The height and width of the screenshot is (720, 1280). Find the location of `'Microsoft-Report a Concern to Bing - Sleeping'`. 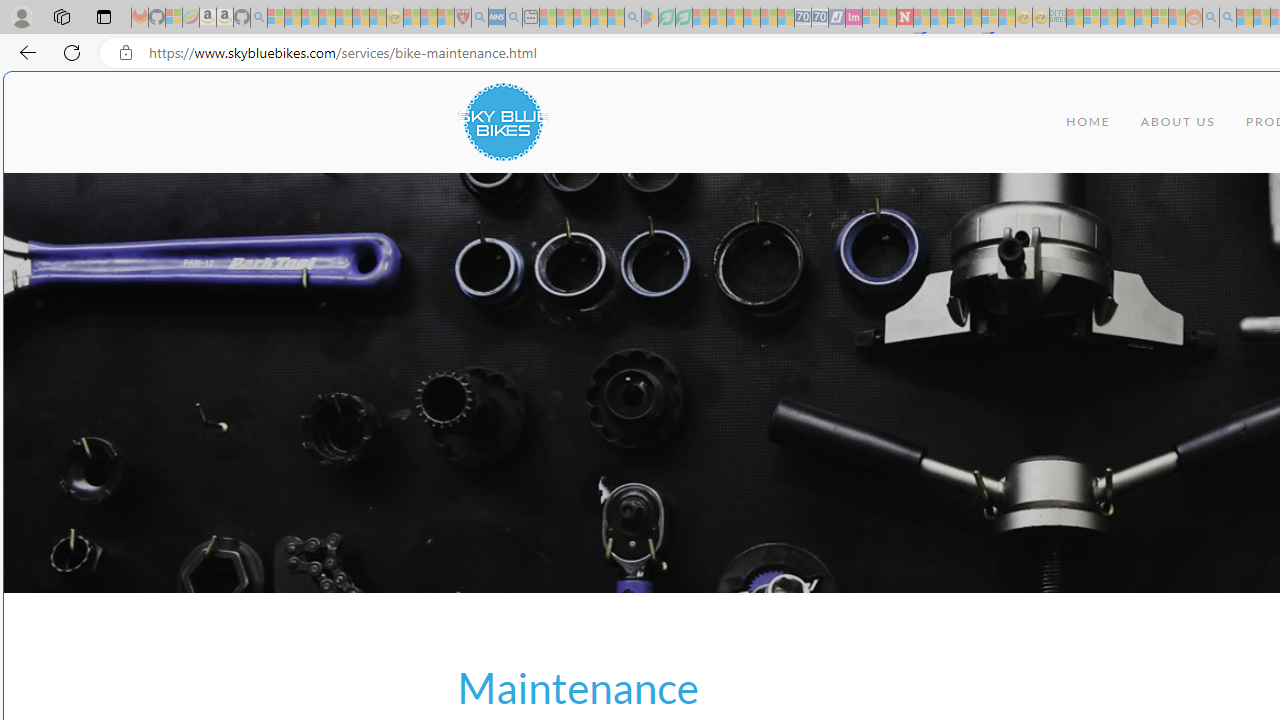

'Microsoft-Report a Concern to Bing - Sleeping' is located at coordinates (174, 17).